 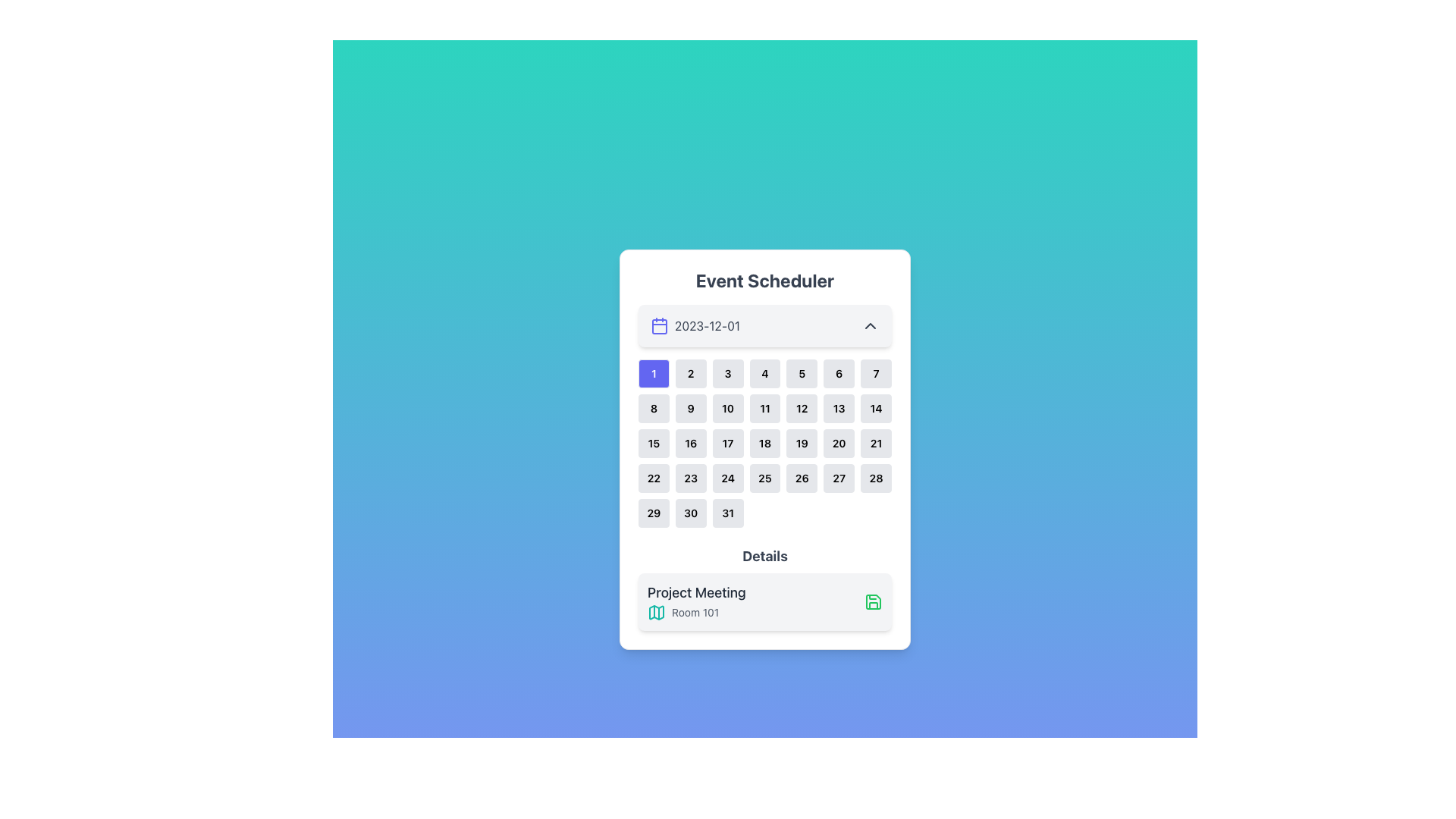 What do you see at coordinates (764, 444) in the screenshot?
I see `the calendar day selection button labeled '18', located in the third row and fourth column of the interactive calendar grid, directly beneath the date display '2023-12-01'` at bounding box center [764, 444].